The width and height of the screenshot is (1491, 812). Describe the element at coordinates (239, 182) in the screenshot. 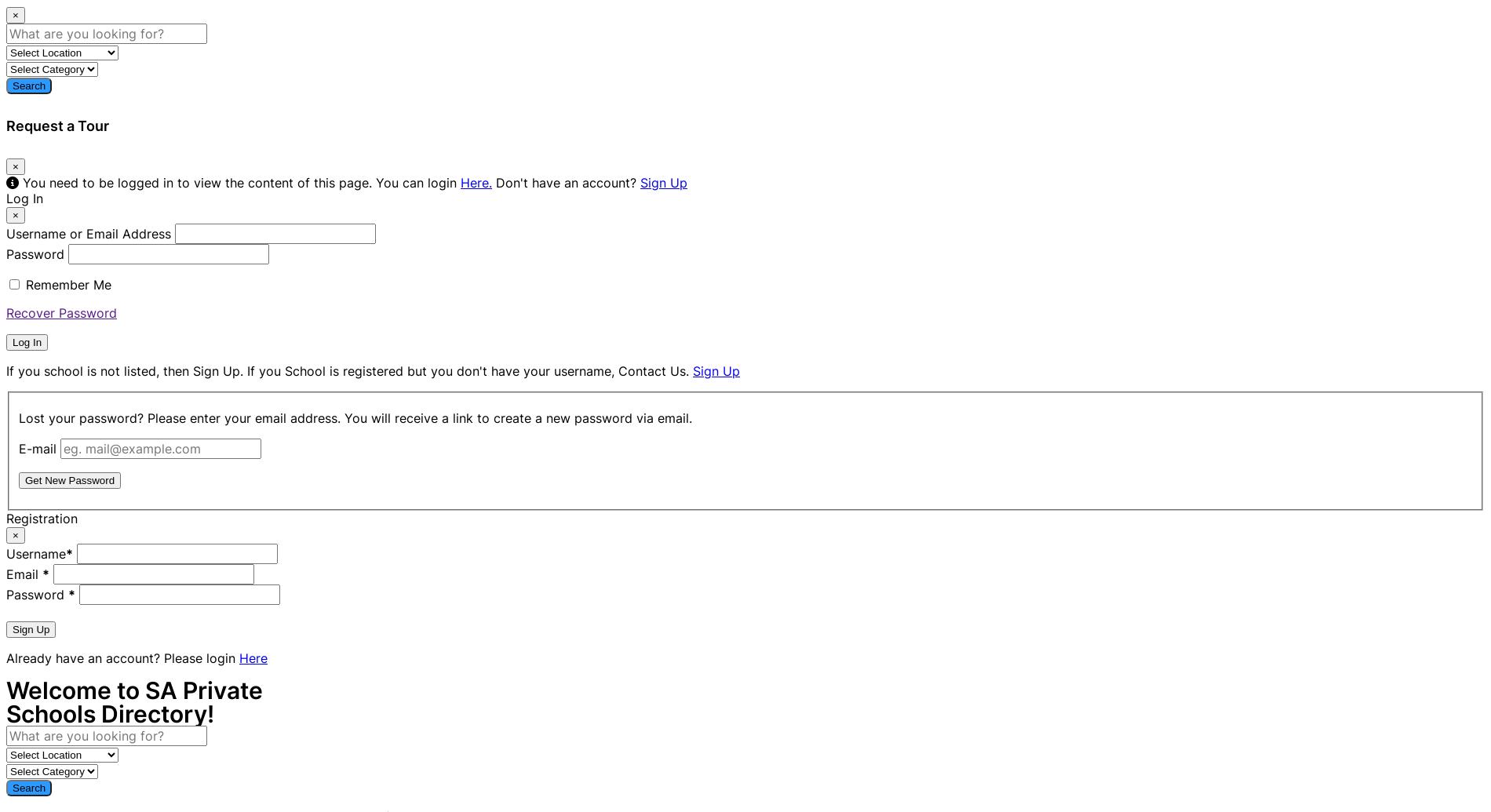

I see `'You need to be logged in to view the content of this page. You can login'` at that location.